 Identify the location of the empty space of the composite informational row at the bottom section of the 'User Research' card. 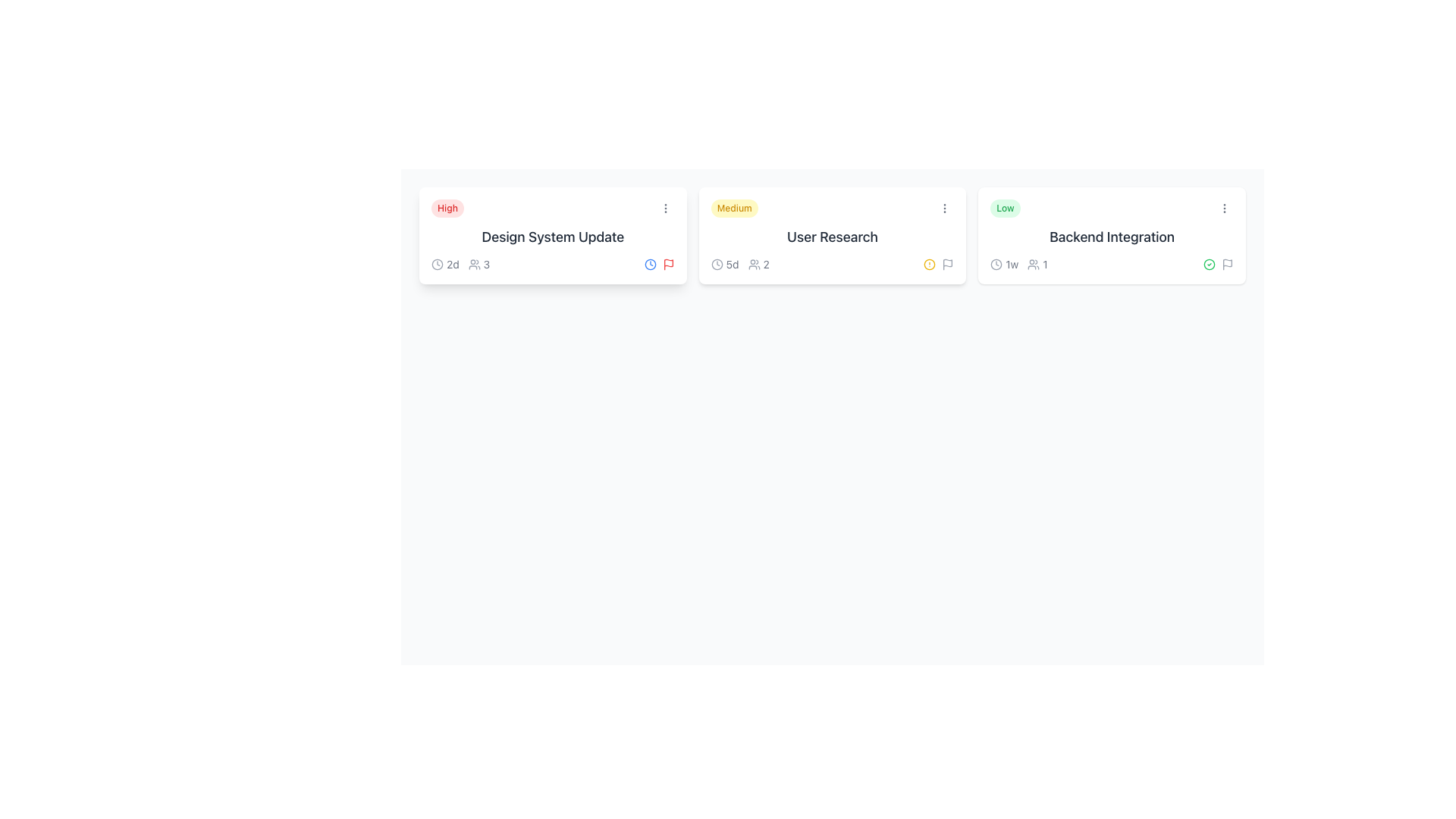
(832, 263).